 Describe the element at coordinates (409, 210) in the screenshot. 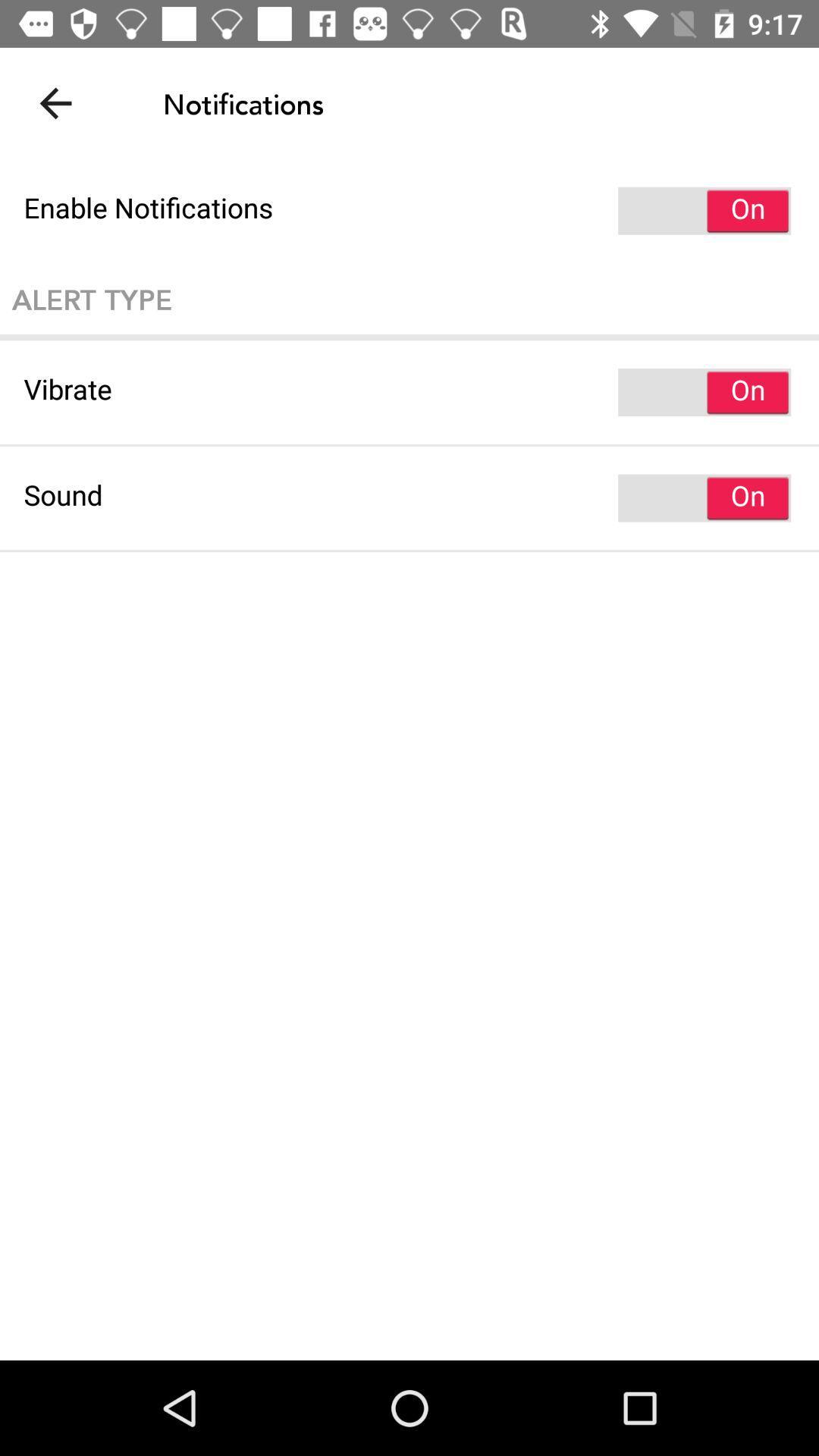

I see `the icon above alert type icon` at that location.